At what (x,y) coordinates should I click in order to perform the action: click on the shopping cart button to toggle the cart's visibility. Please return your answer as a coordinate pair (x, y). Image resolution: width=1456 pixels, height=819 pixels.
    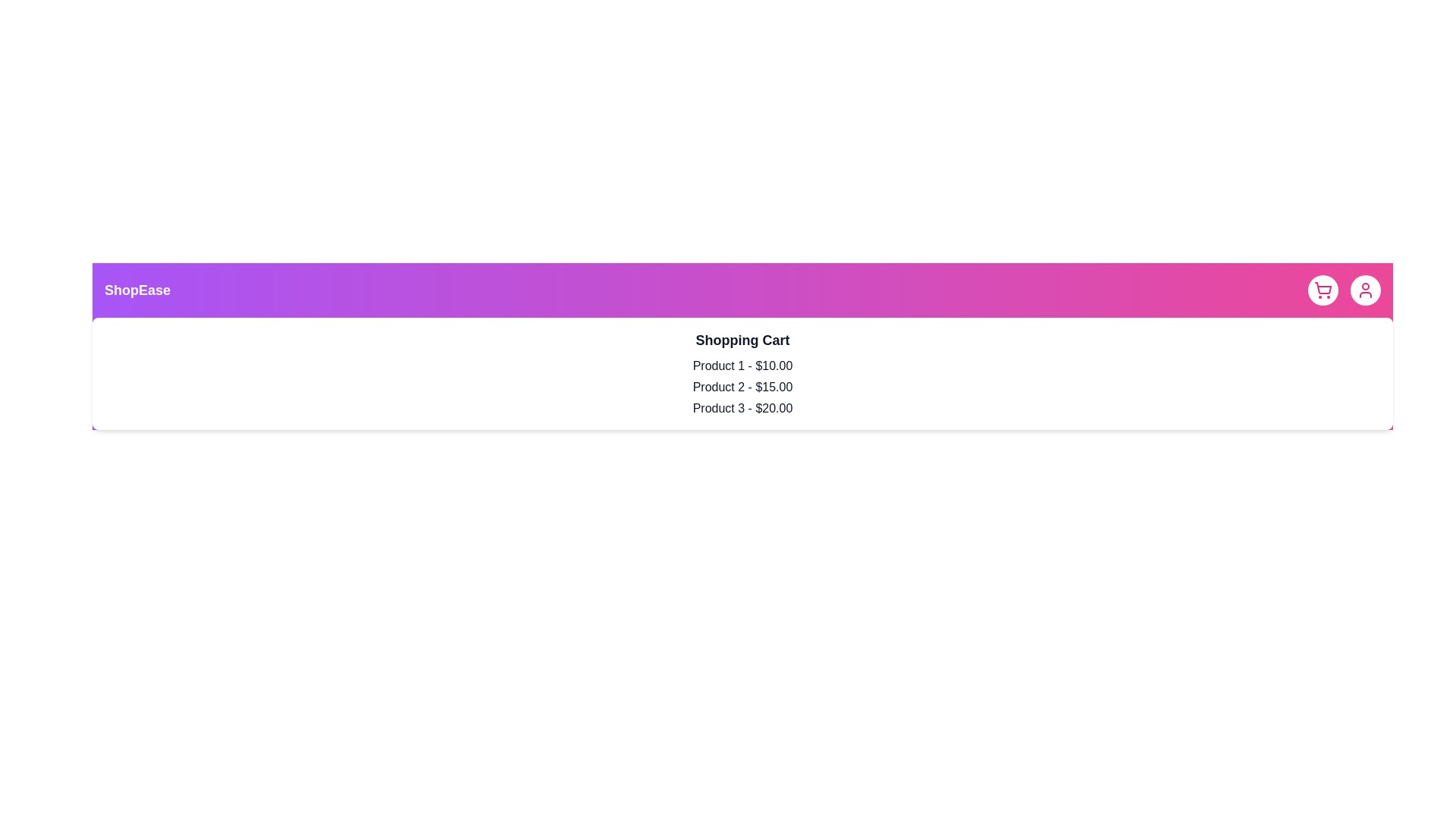
    Looking at the image, I should click on (1323, 290).